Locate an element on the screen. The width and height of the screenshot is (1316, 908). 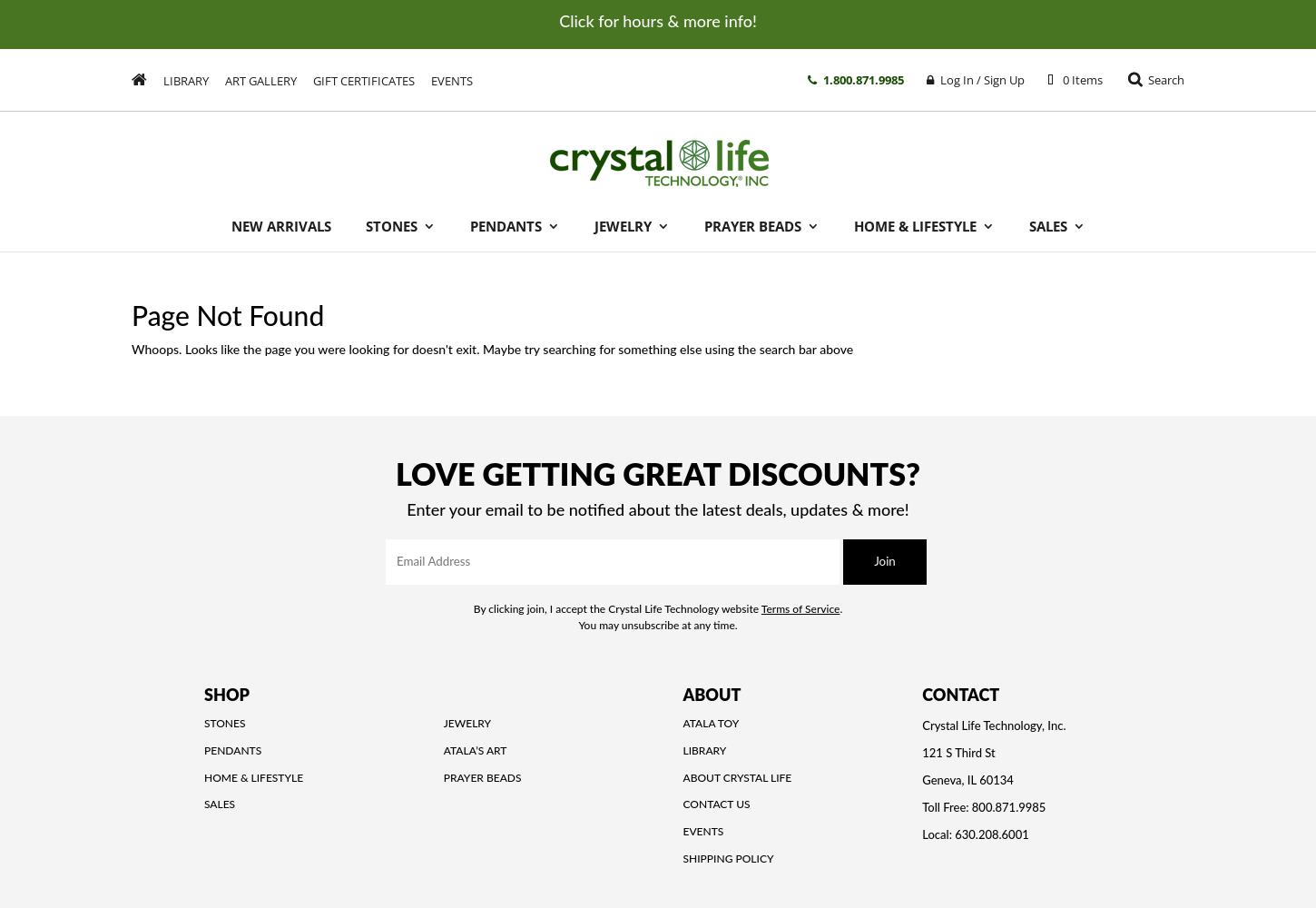
'About Crystal Life' is located at coordinates (682, 776).